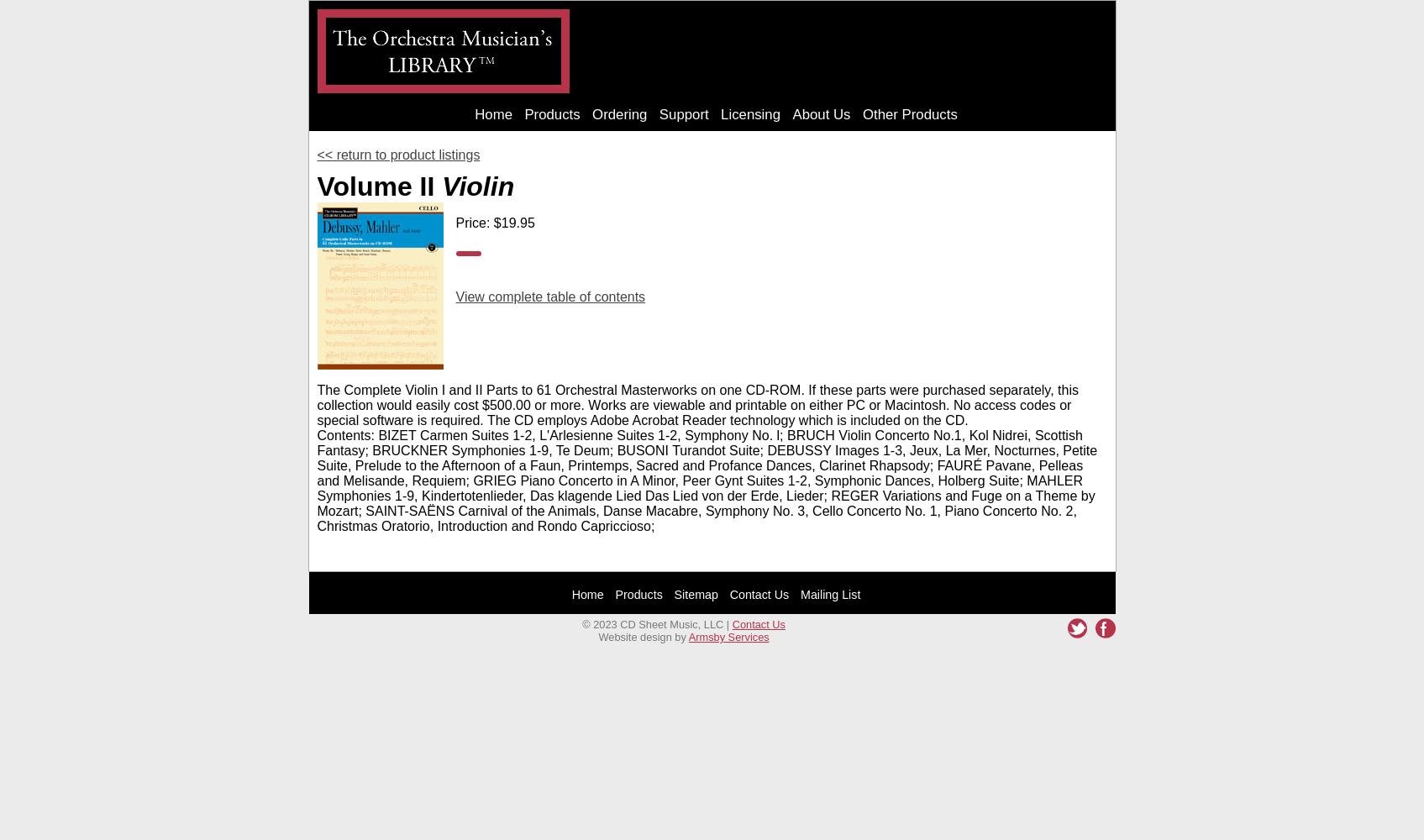 This screenshot has height=840, width=1424. I want to click on 'Price: $19.95', so click(455, 223).